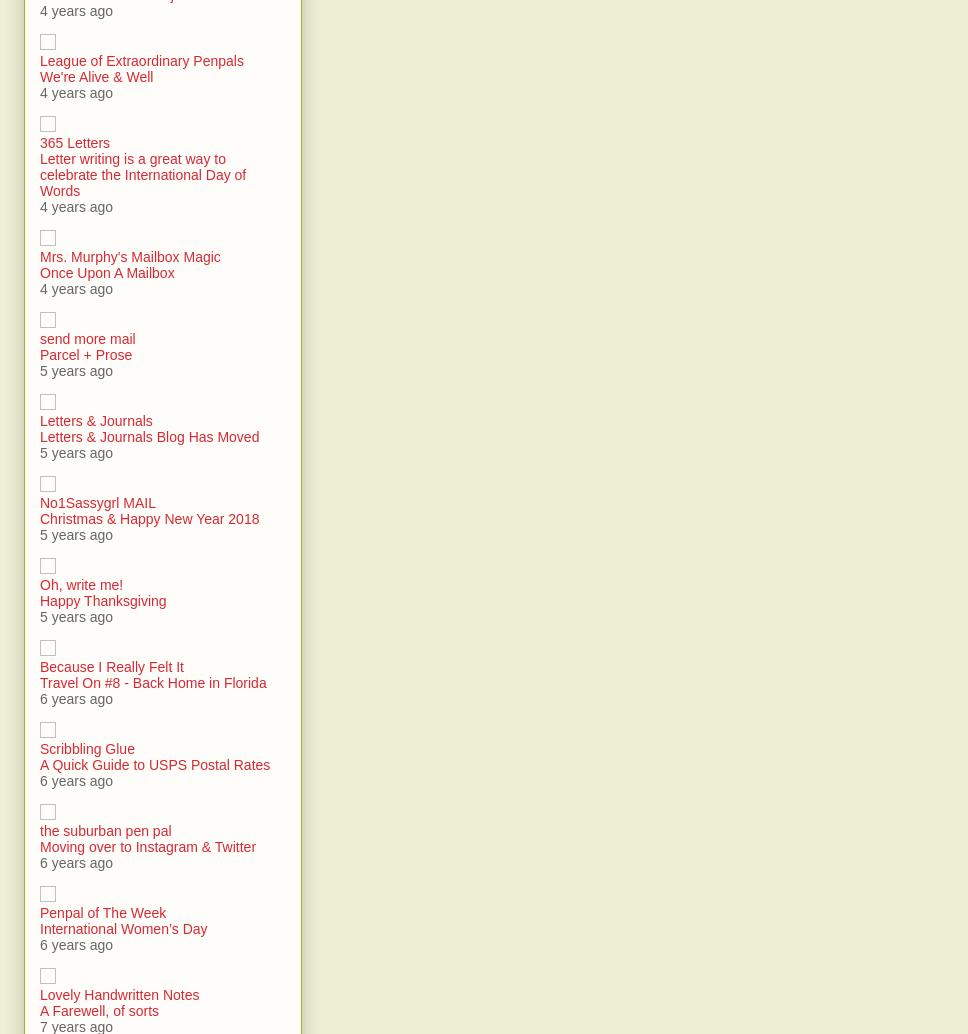 This screenshot has height=1034, width=968. Describe the element at coordinates (153, 764) in the screenshot. I see `'A Quick Guide to USPS Postal Rates'` at that location.